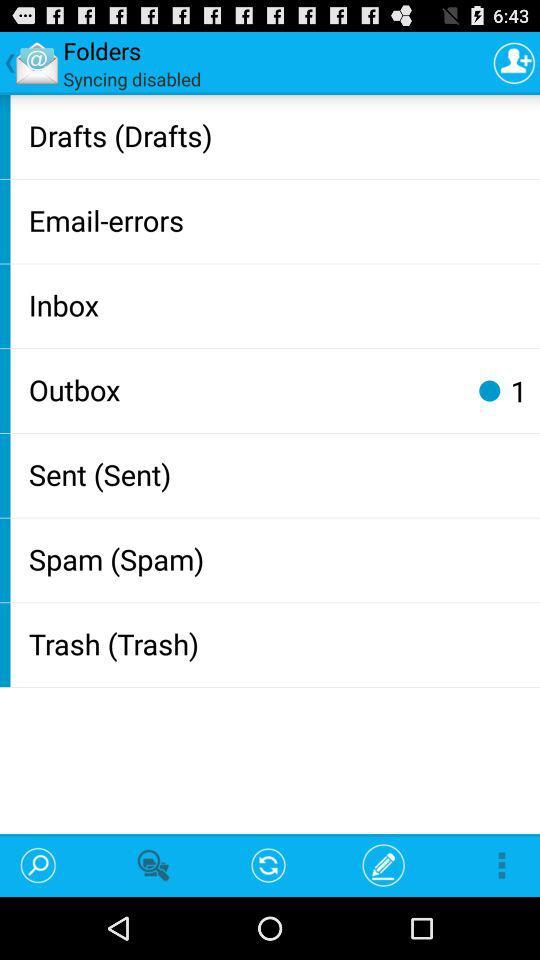 This screenshot has height=960, width=540. I want to click on the app above the sent (sent) icon, so click(518, 389).